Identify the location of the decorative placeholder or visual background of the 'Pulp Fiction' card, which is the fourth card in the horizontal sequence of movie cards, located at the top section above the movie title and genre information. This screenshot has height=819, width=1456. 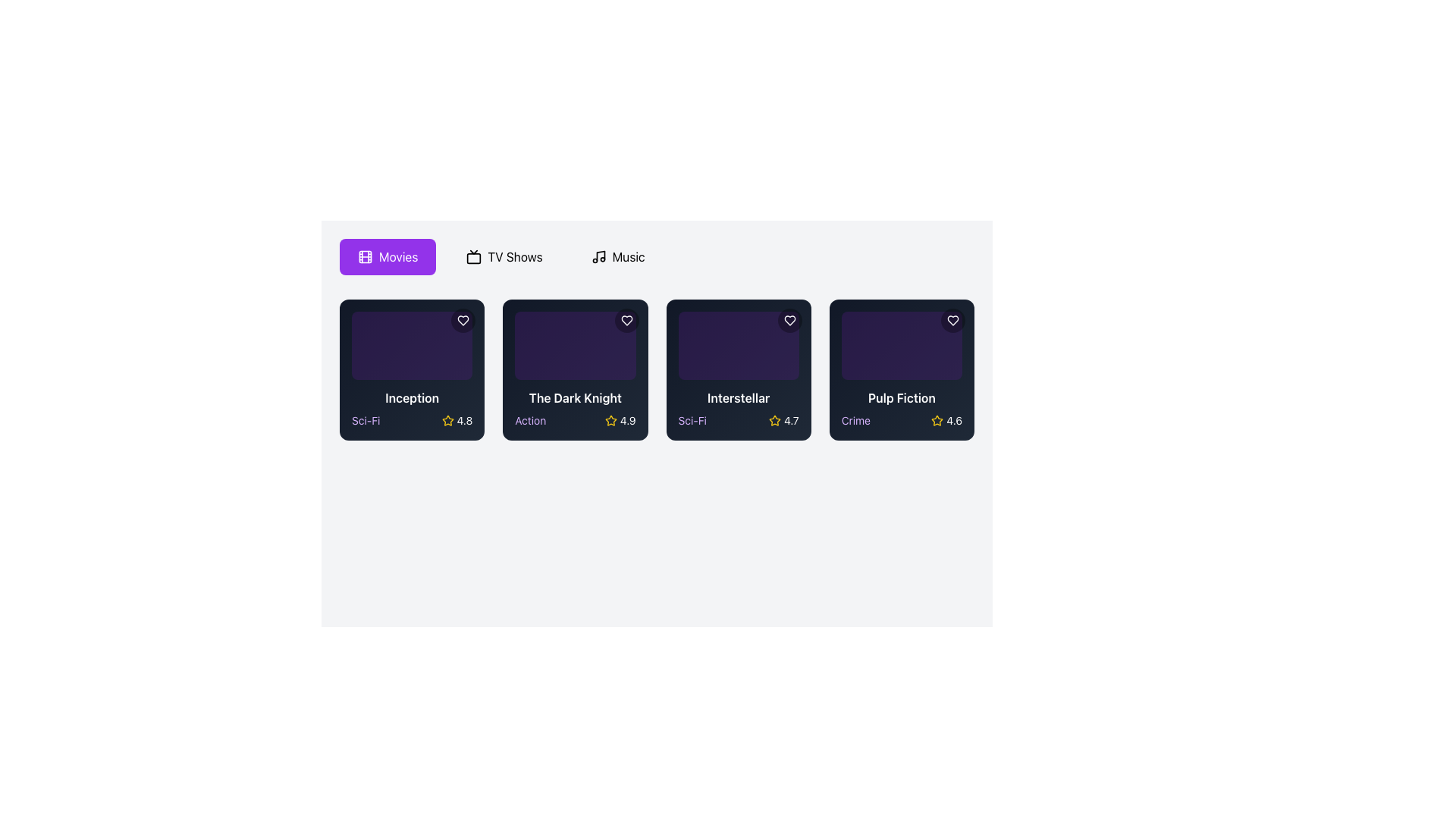
(902, 345).